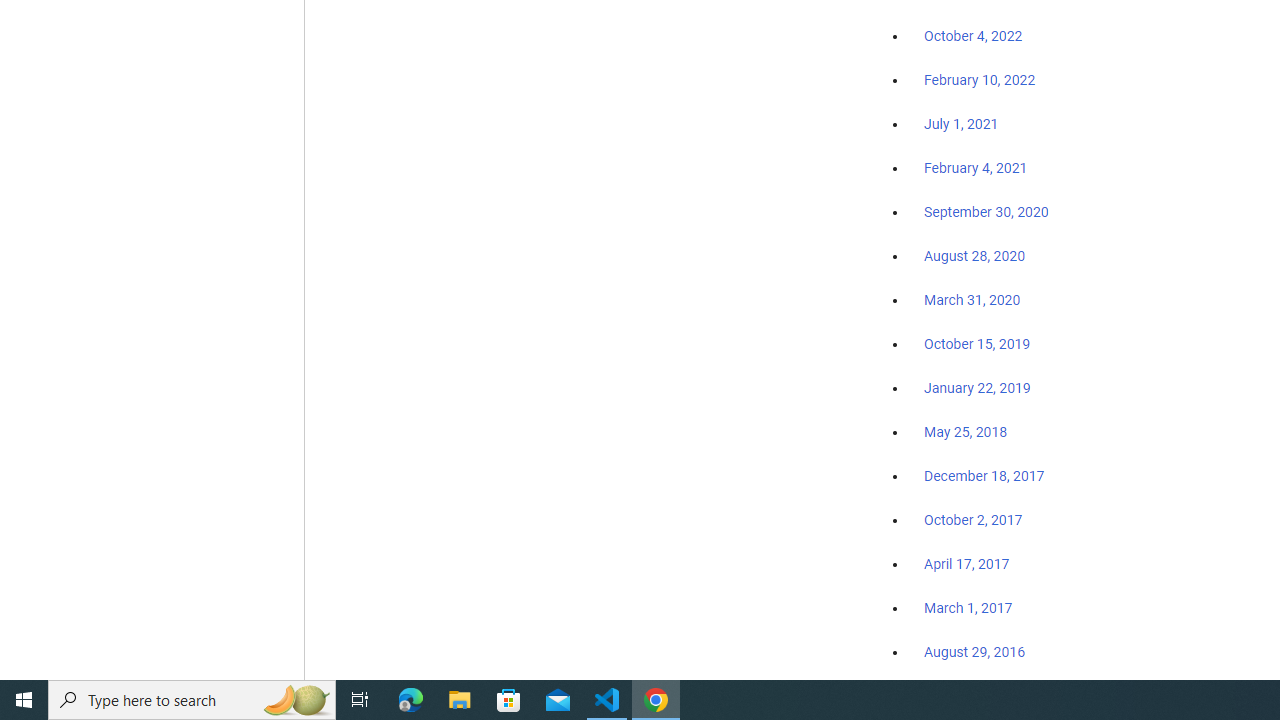 The height and width of the screenshot is (720, 1280). What do you see at coordinates (973, 37) in the screenshot?
I see `'October 4, 2022'` at bounding box center [973, 37].